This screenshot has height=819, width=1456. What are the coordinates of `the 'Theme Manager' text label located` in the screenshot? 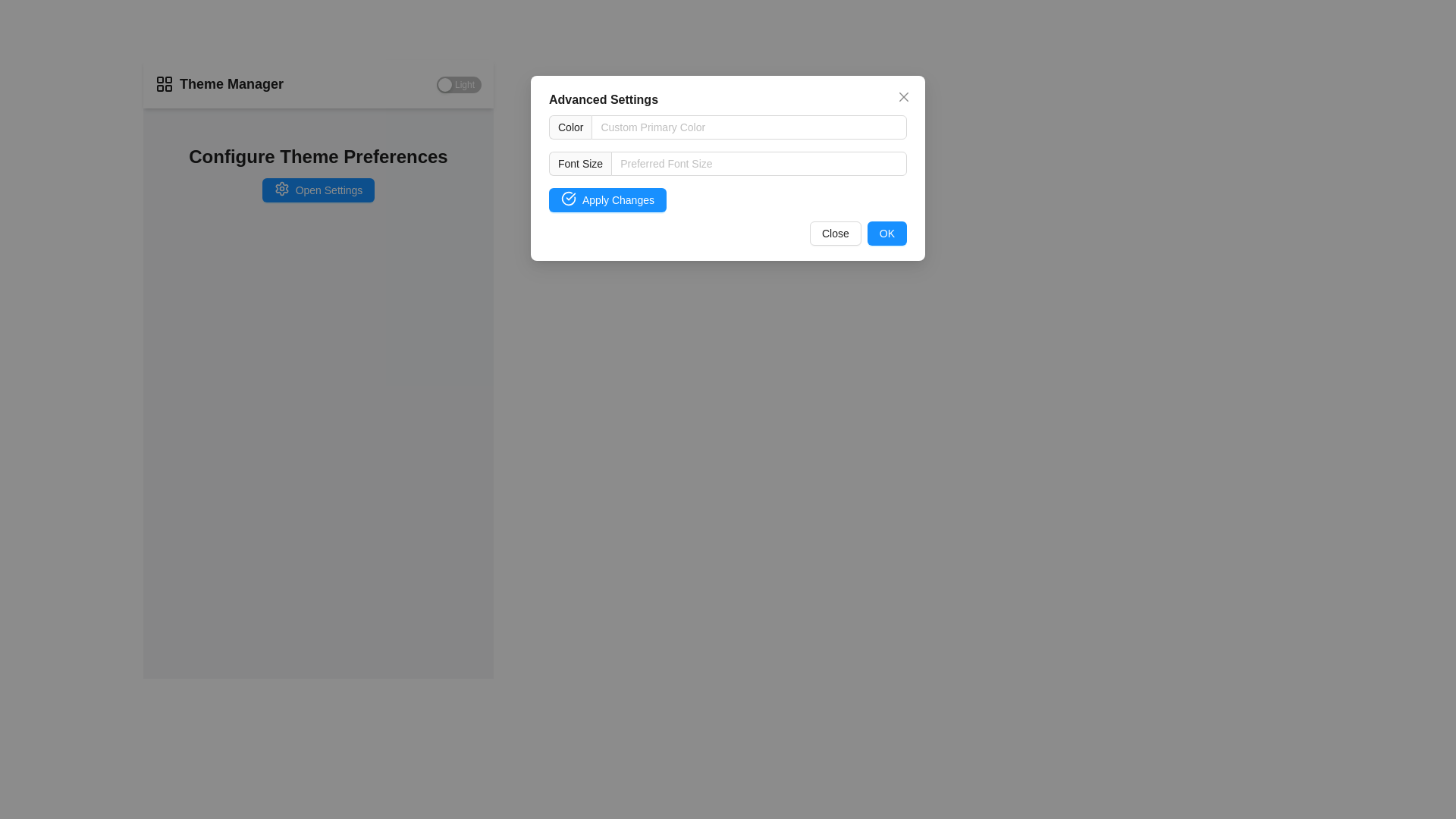 It's located at (231, 84).